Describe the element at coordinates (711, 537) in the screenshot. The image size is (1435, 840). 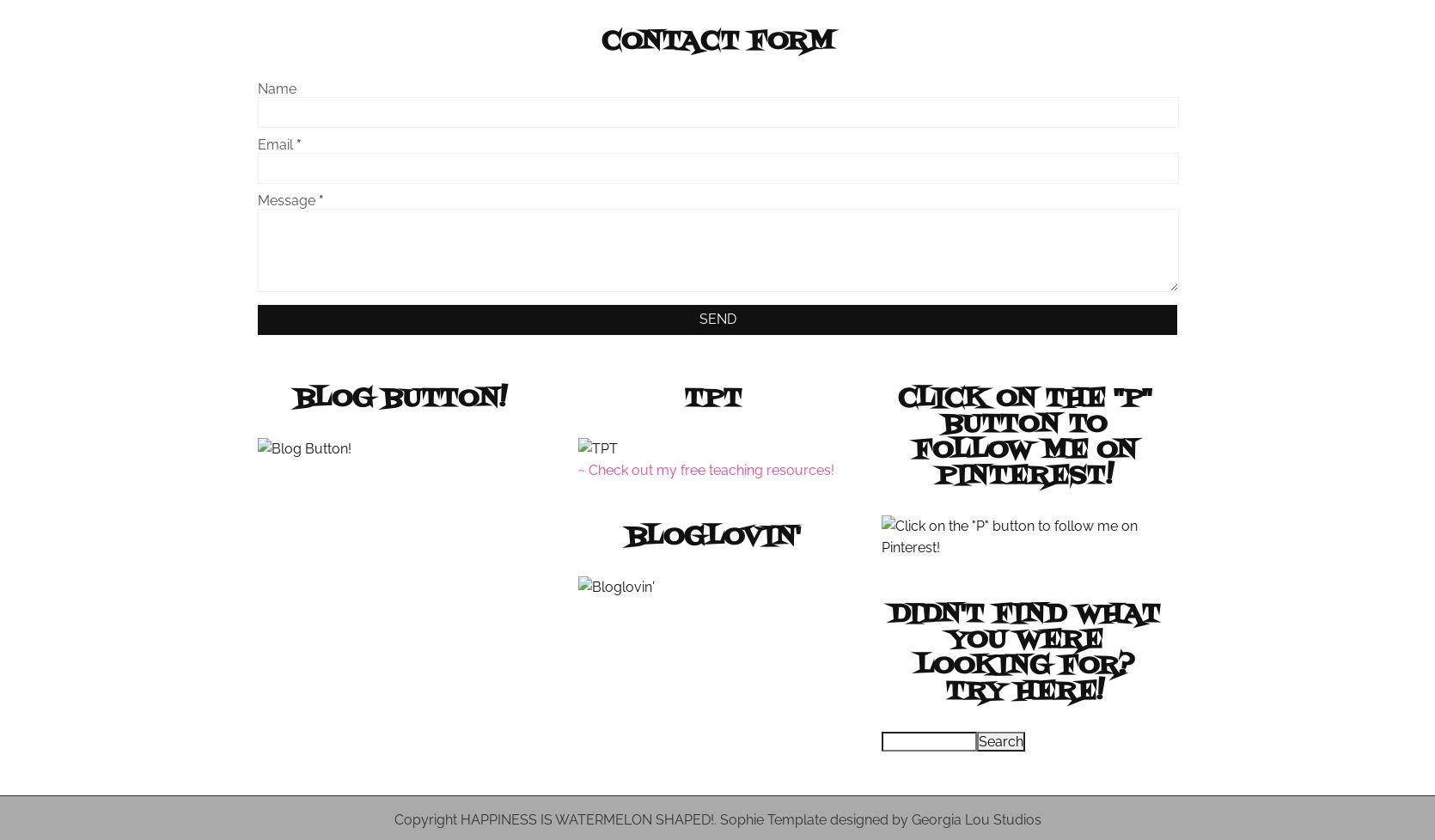
I see `'Bloglovin''` at that location.